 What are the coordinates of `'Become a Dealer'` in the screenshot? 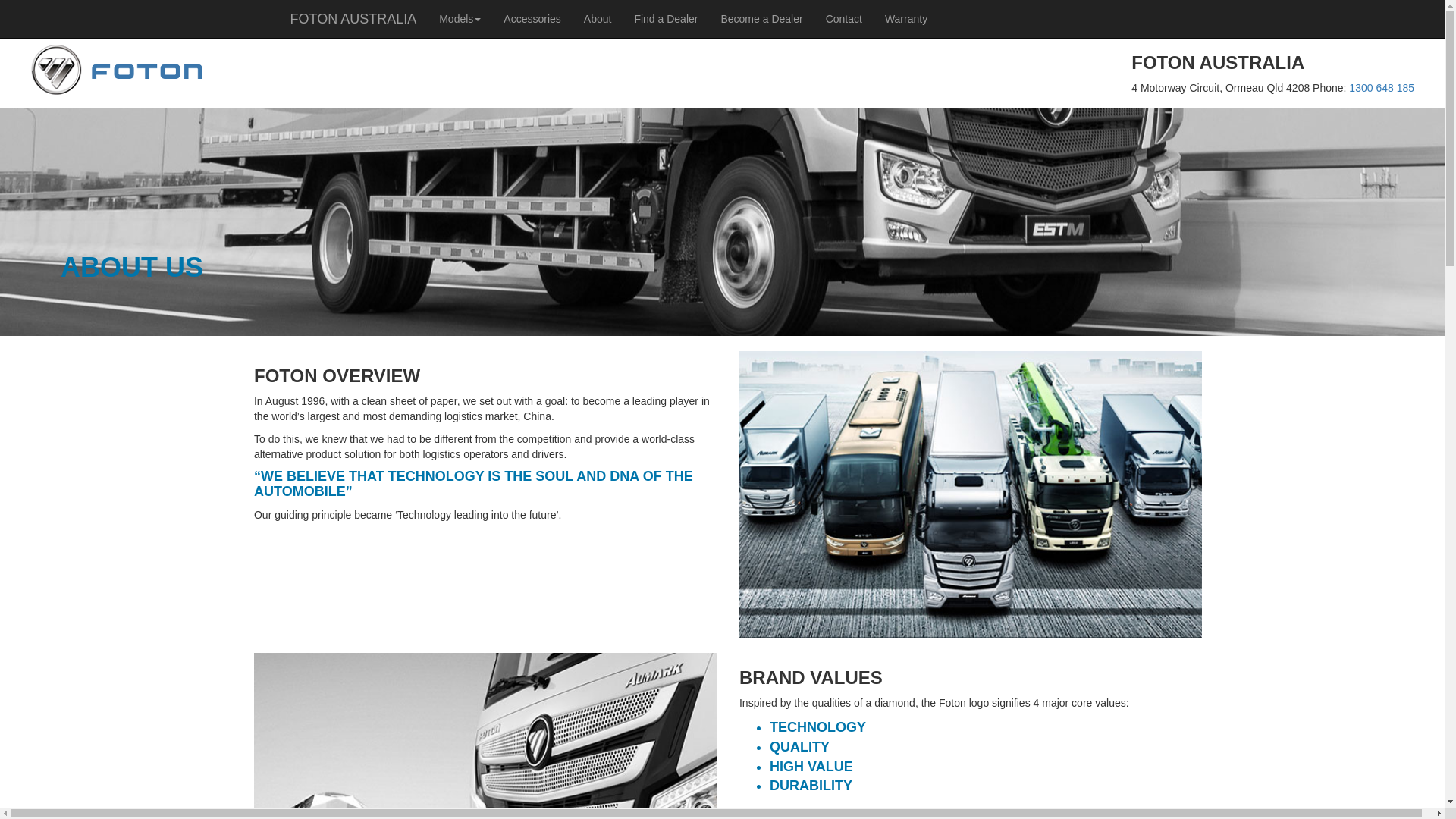 It's located at (708, 18).